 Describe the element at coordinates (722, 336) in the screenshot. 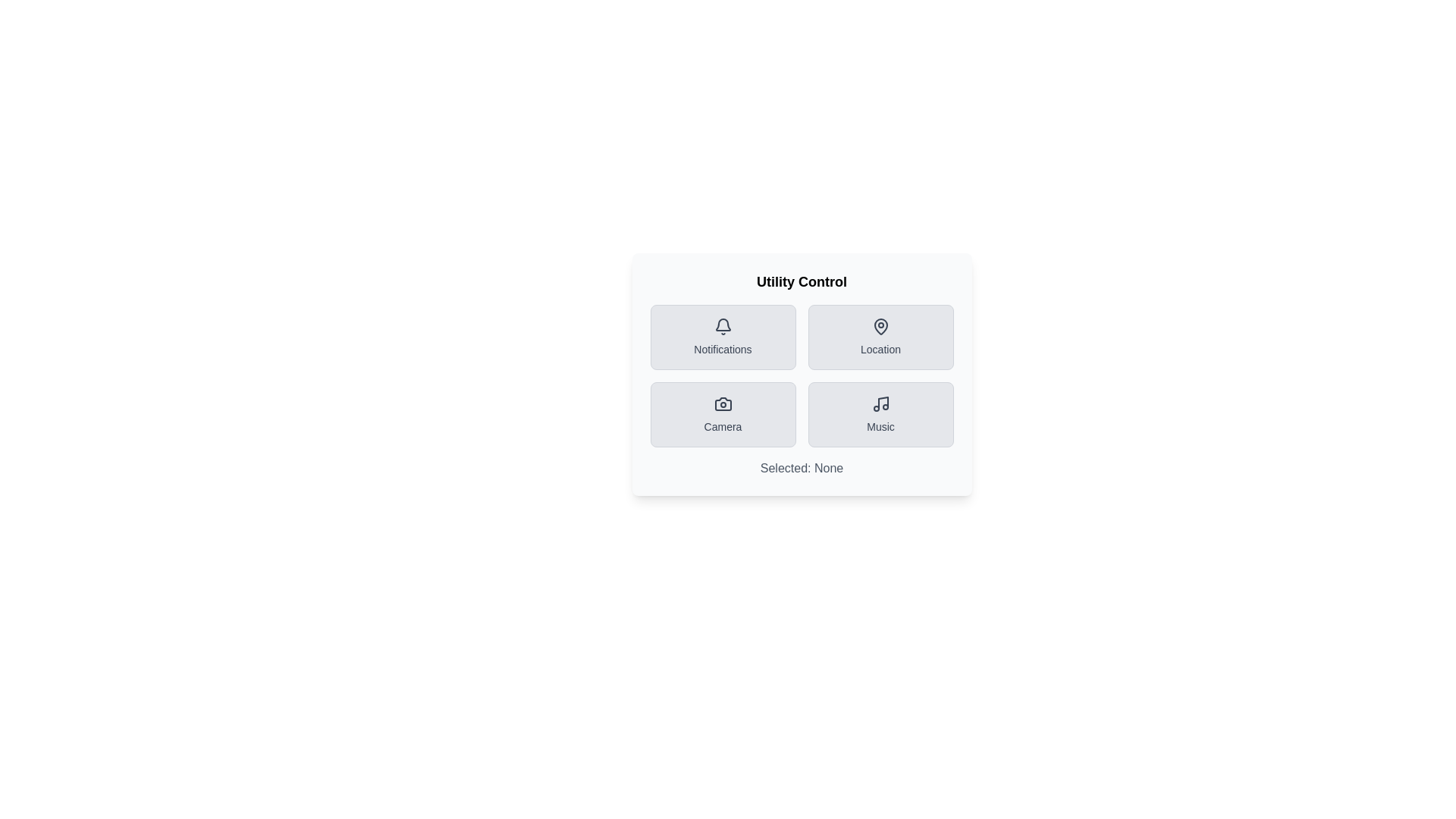

I see `the Notifications button to view its hover effect` at that location.